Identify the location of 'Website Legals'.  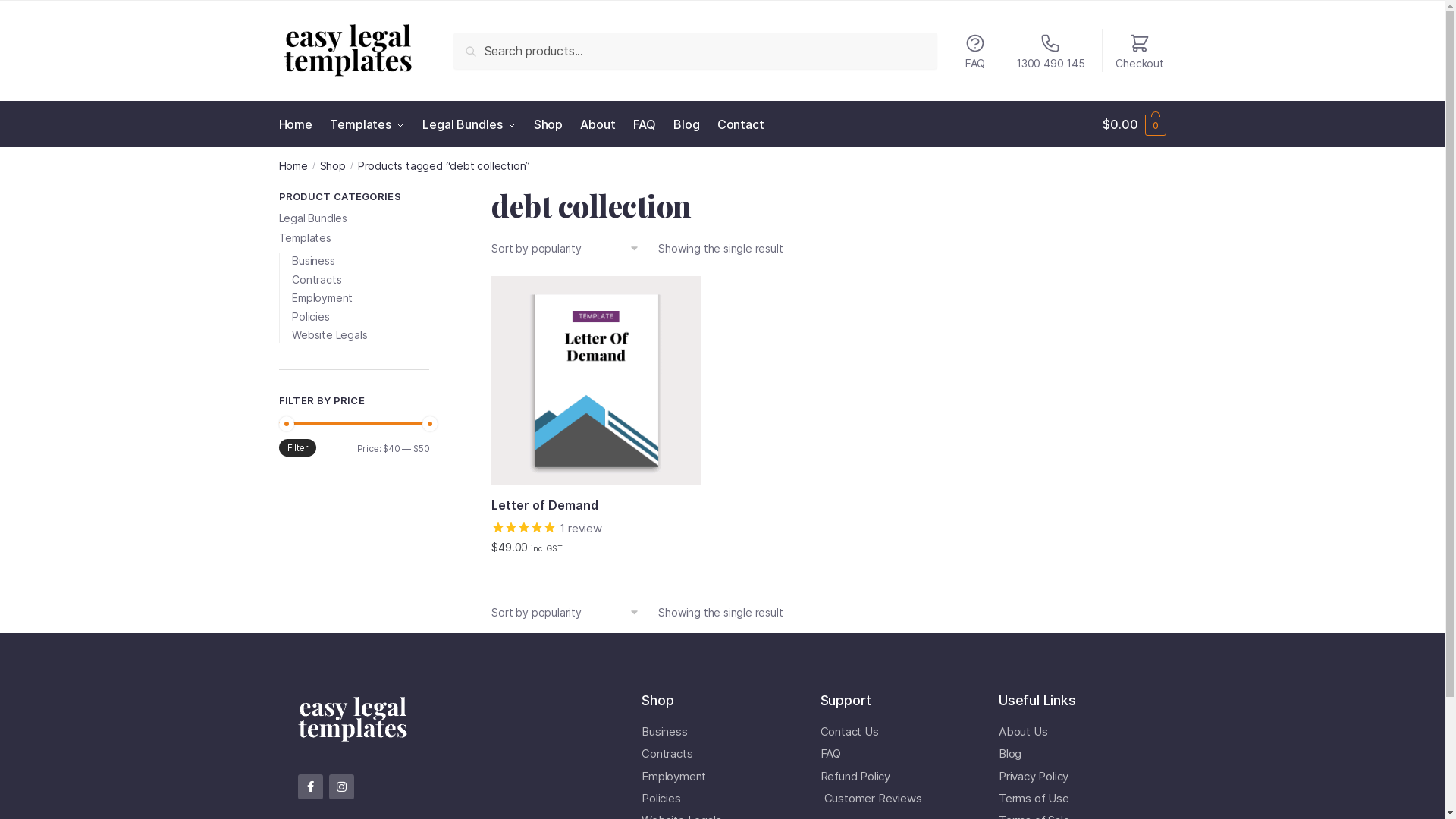
(291, 334).